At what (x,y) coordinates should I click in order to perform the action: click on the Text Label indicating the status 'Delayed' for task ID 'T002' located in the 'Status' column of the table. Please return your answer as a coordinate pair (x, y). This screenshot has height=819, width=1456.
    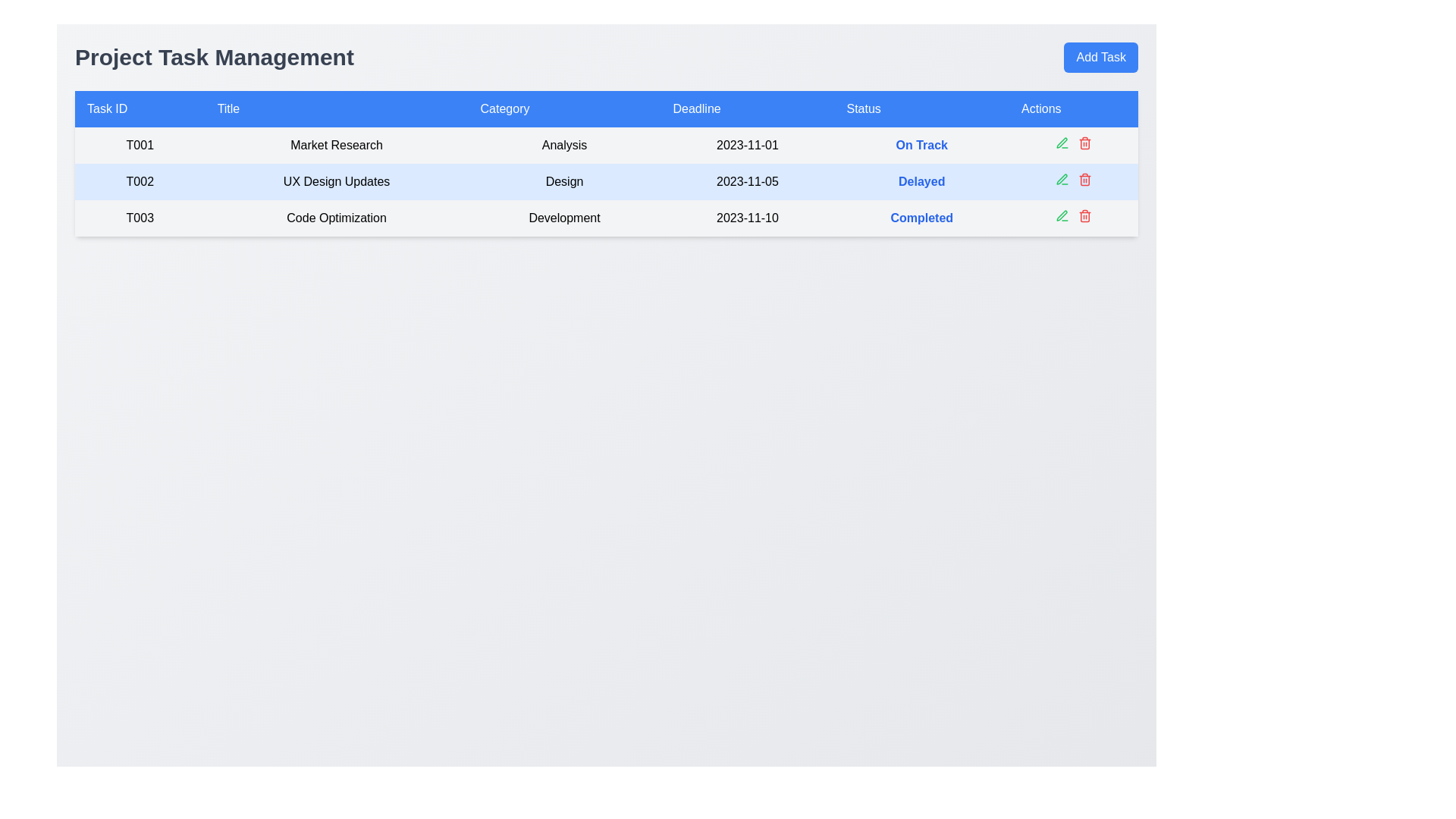
    Looking at the image, I should click on (921, 180).